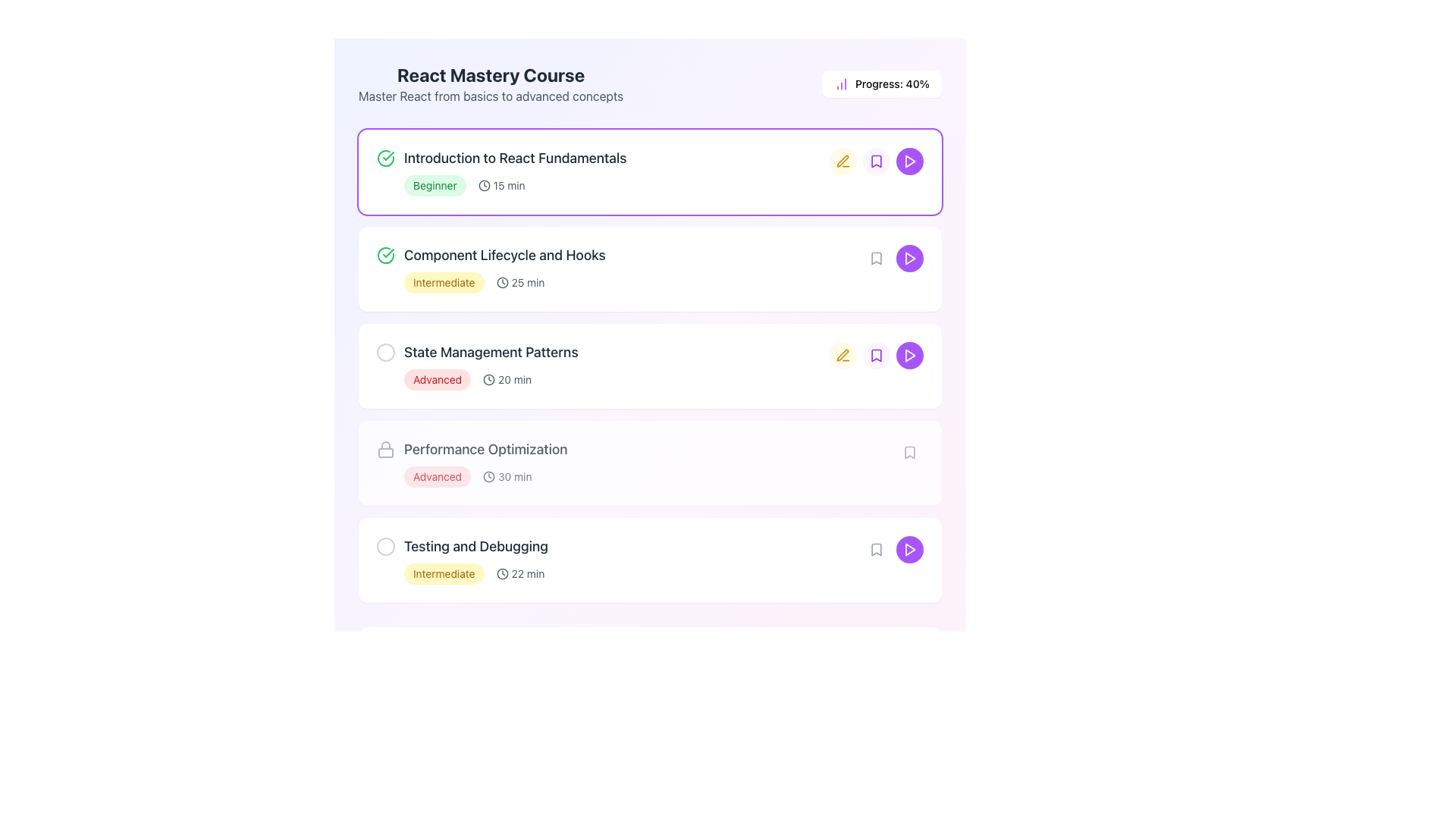 The height and width of the screenshot is (819, 1456). Describe the element at coordinates (602, 366) in the screenshot. I see `the third course module representation in the vertically stacked list to interact with the course details` at that location.